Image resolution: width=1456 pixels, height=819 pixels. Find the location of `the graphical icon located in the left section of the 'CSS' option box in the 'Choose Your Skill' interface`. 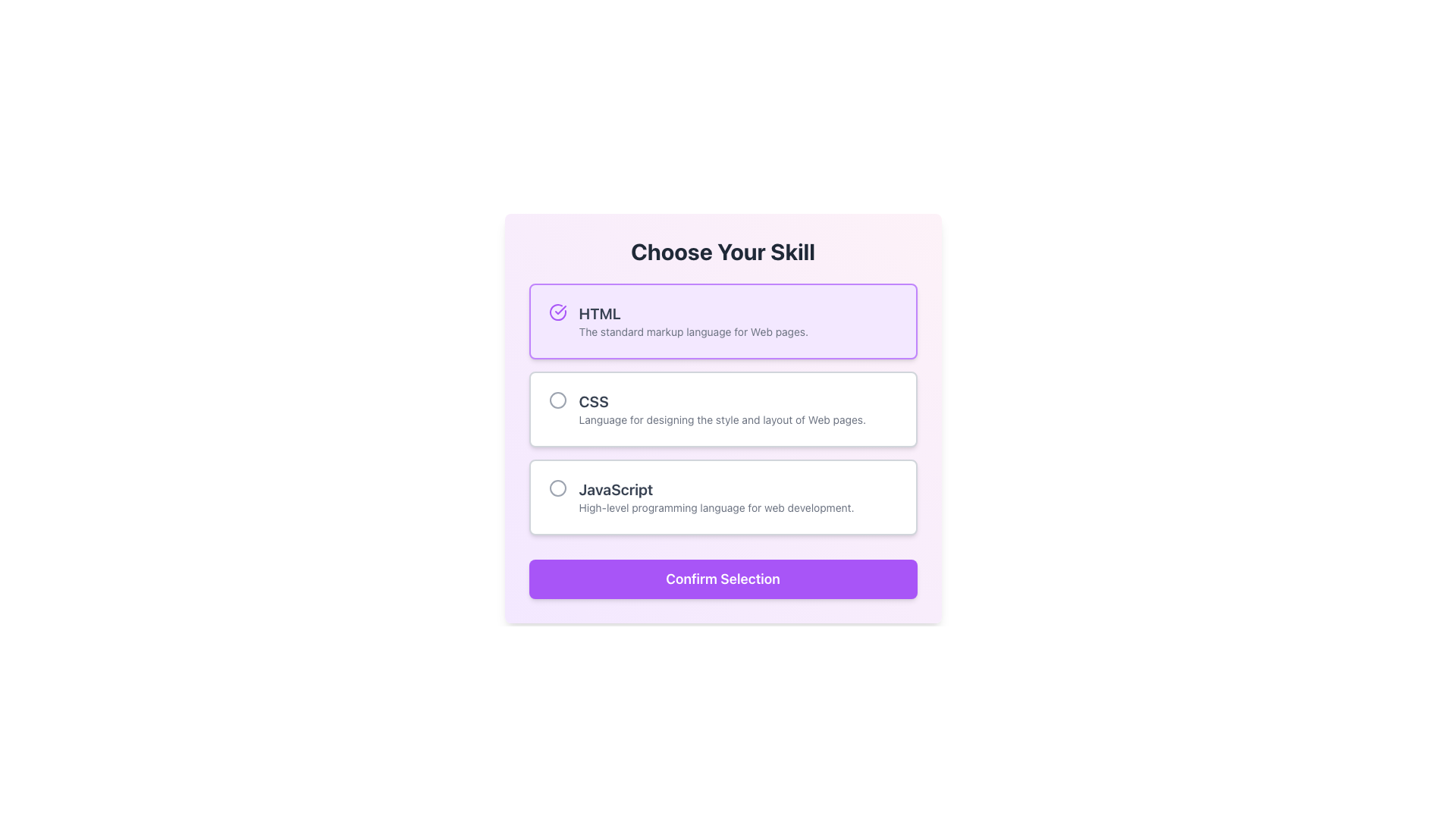

the graphical icon located in the left section of the 'CSS' option box in the 'Choose Your Skill' interface is located at coordinates (557, 400).